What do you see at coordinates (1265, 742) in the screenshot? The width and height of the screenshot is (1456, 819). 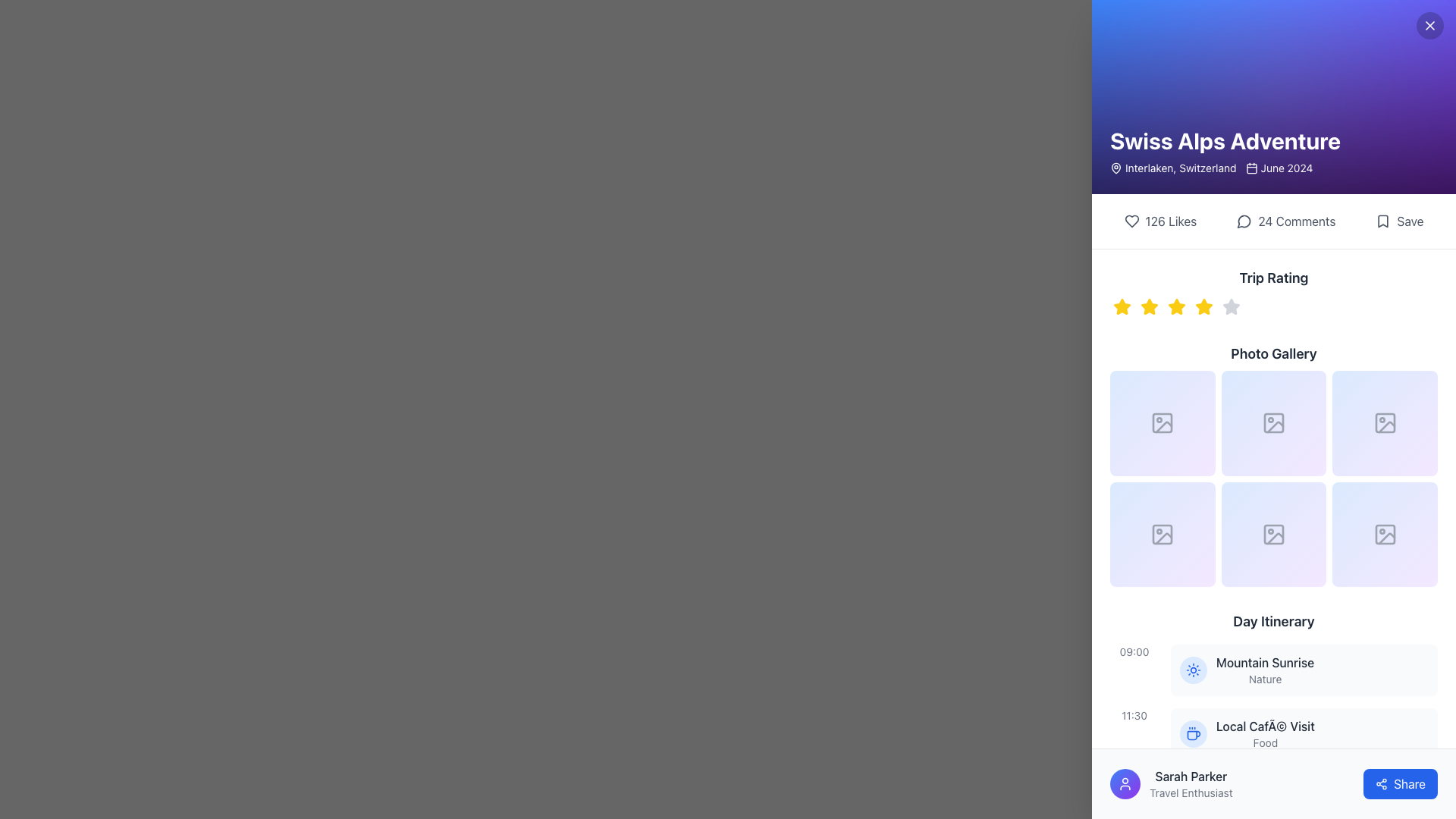 I see `the text label providing additional descriptive information for the 'Local Café Visit' entry in the 'Day Itinerary' section` at bounding box center [1265, 742].